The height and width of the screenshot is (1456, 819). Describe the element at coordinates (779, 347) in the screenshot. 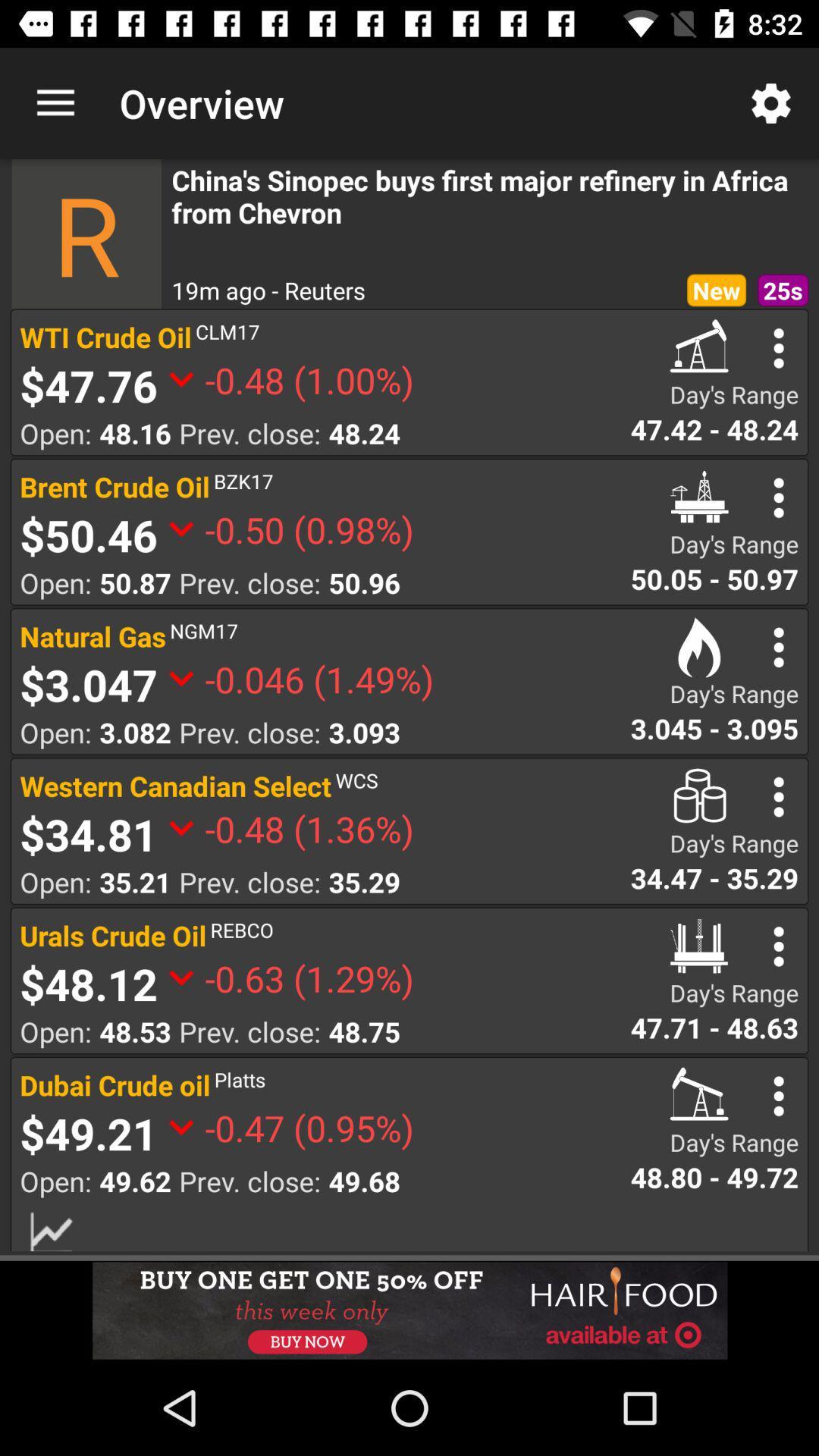

I see `options` at that location.